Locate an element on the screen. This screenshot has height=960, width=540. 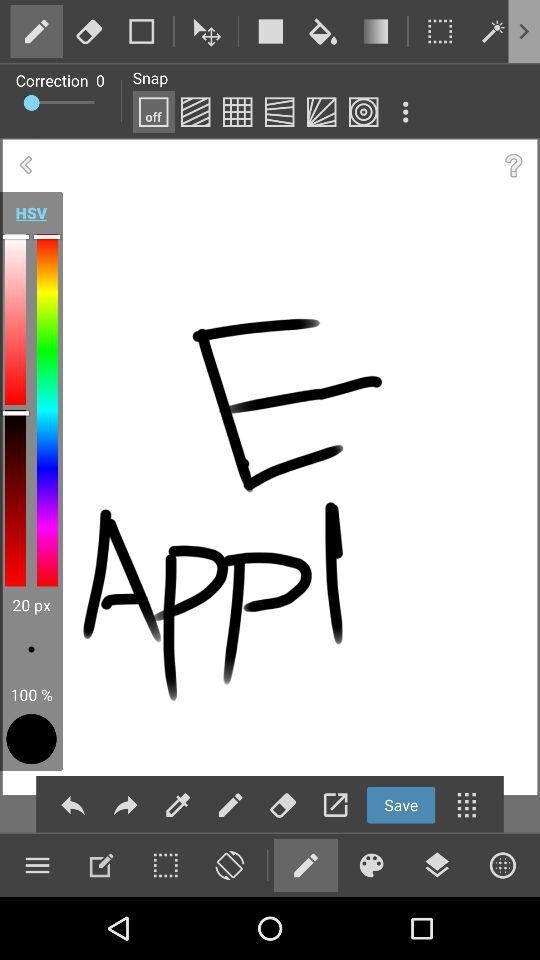
the edit icon is located at coordinates (305, 864).